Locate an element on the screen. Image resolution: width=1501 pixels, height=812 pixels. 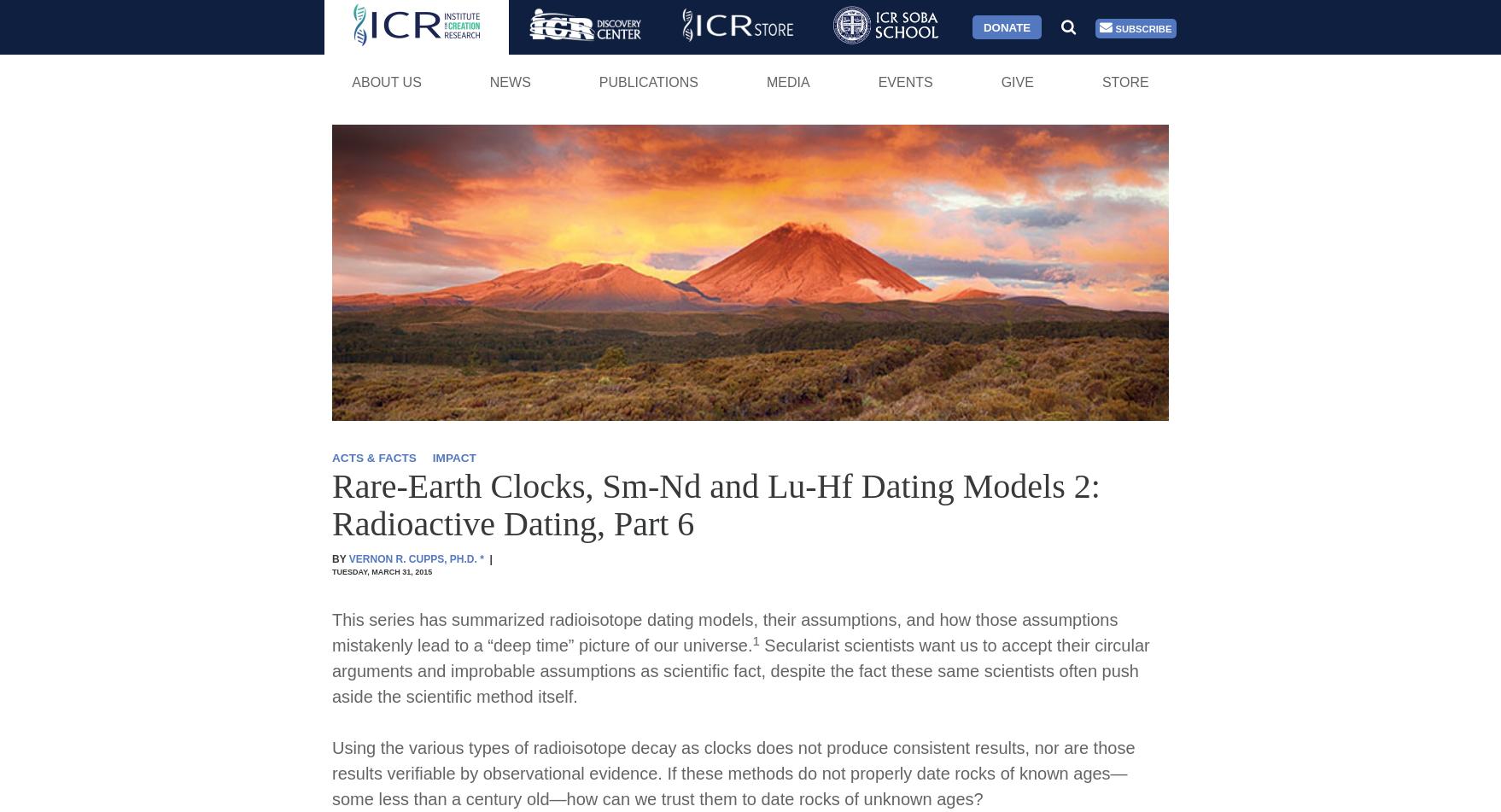
'Events' is located at coordinates (877, 81).